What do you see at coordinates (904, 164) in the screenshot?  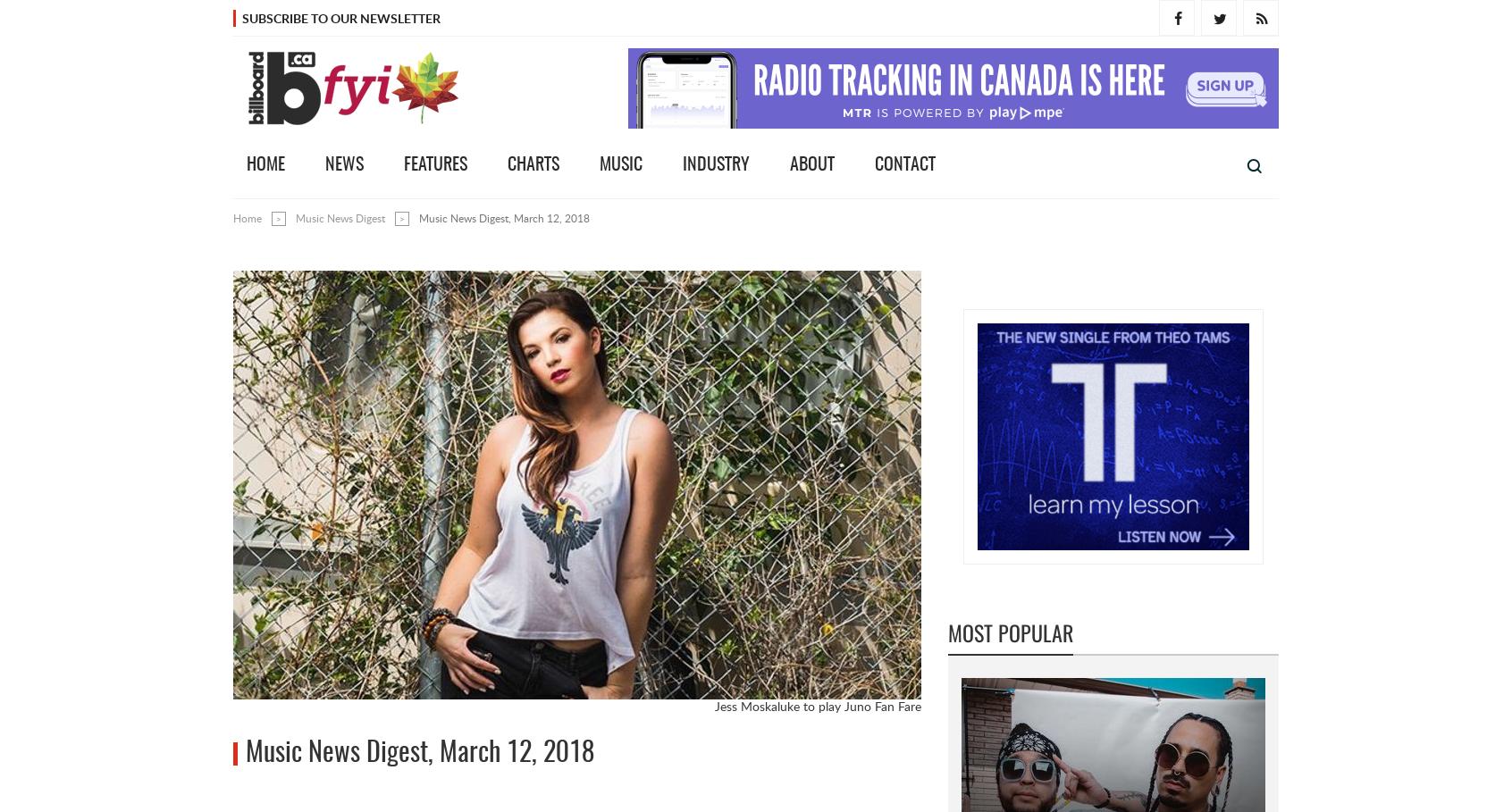 I see `'Contact'` at bounding box center [904, 164].